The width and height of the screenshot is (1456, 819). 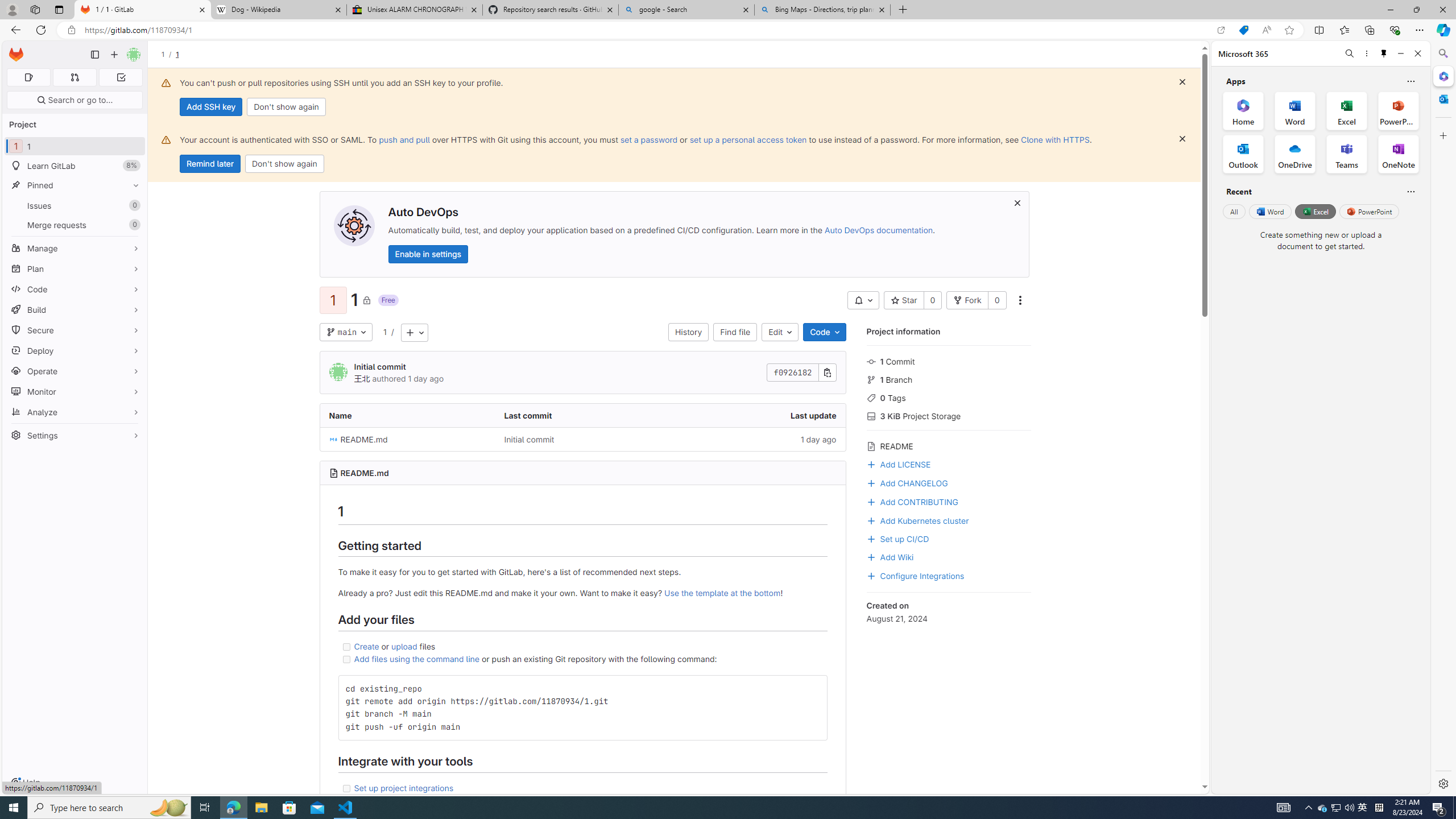 I want to click on 'Monitor', so click(x=74, y=392).